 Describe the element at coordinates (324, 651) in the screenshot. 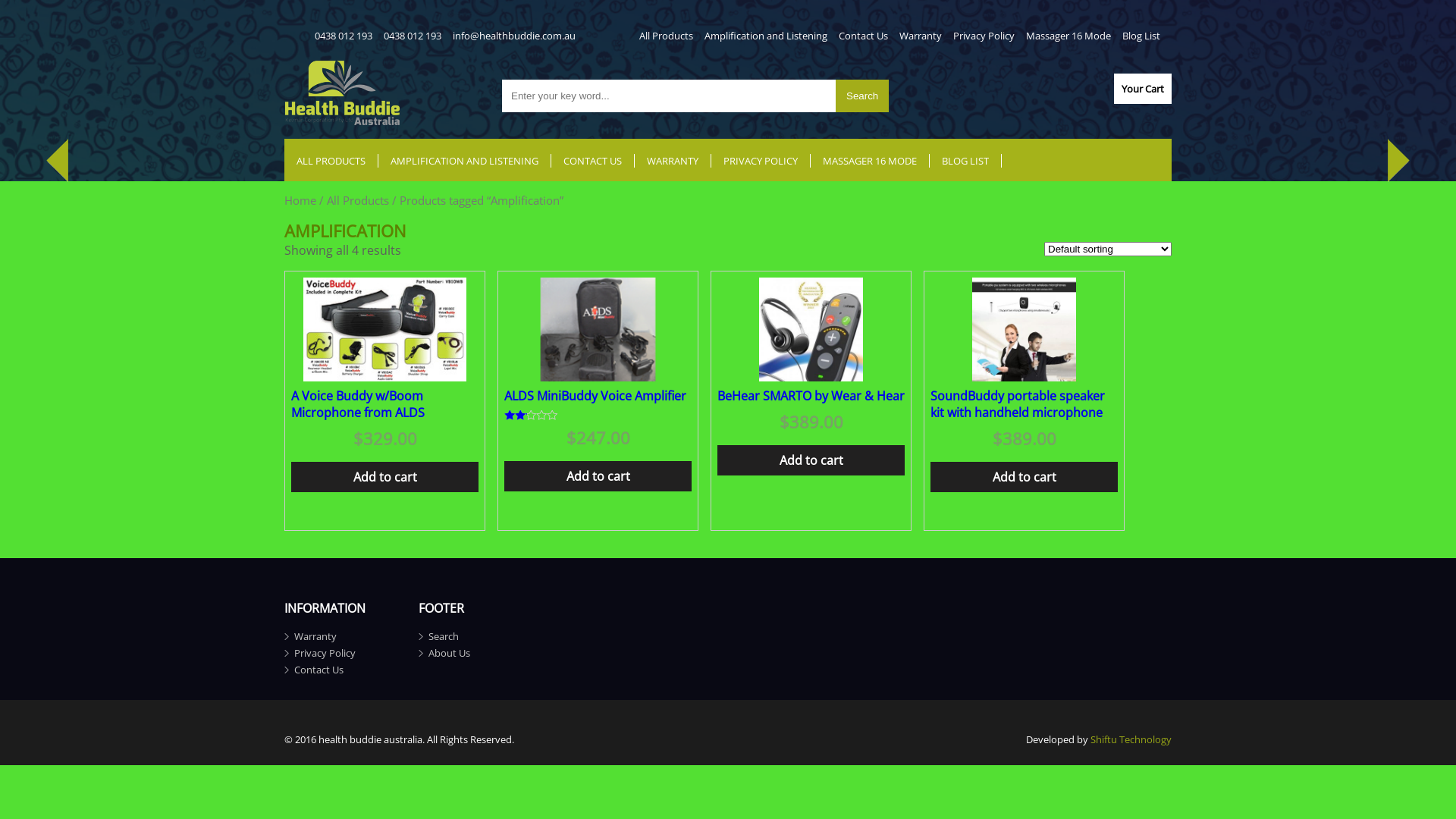

I see `'Privacy Policy'` at that location.